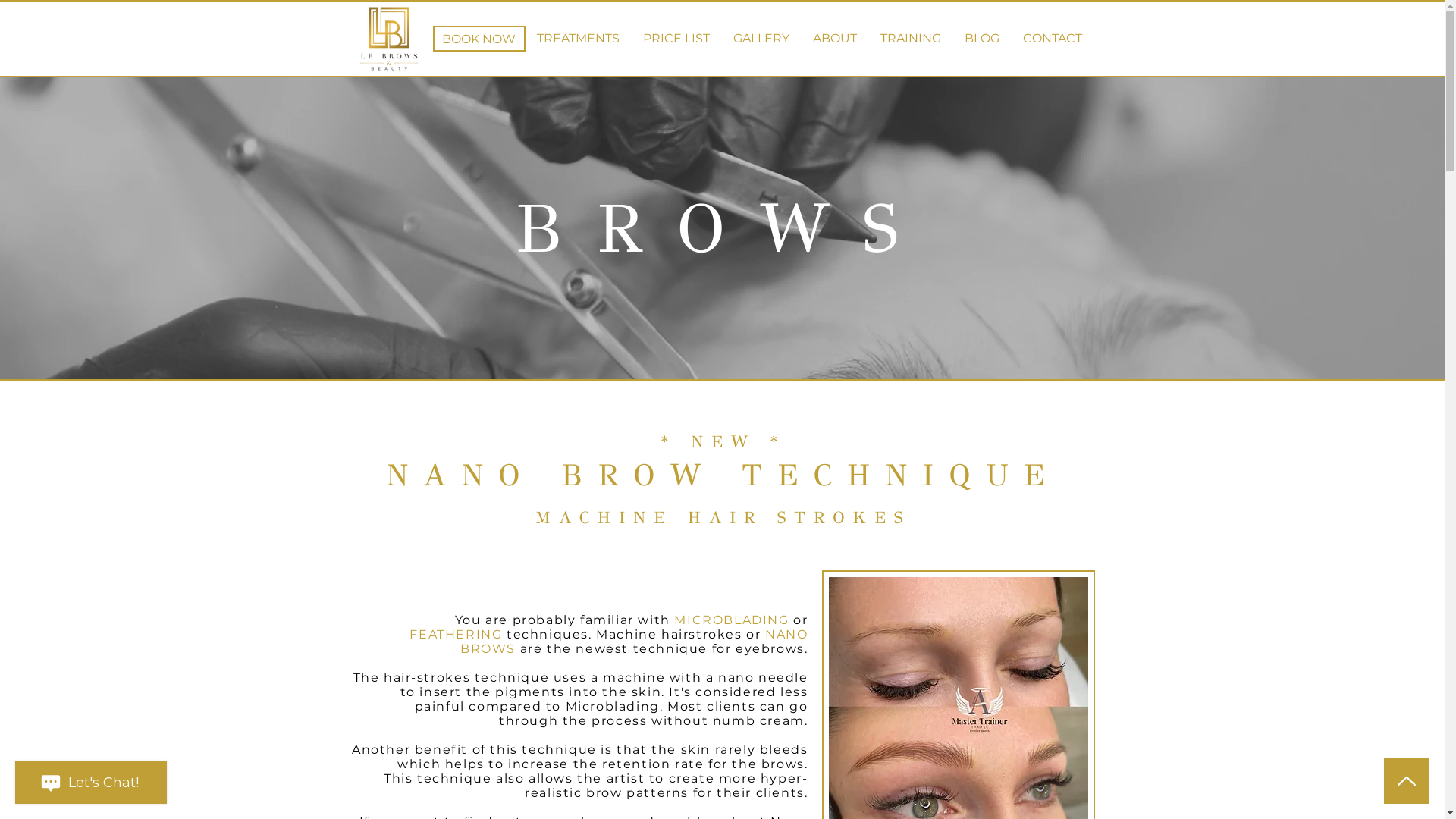 This screenshot has width=1456, height=819. Describe the element at coordinates (675, 37) in the screenshot. I see `'PRICE LIST'` at that location.